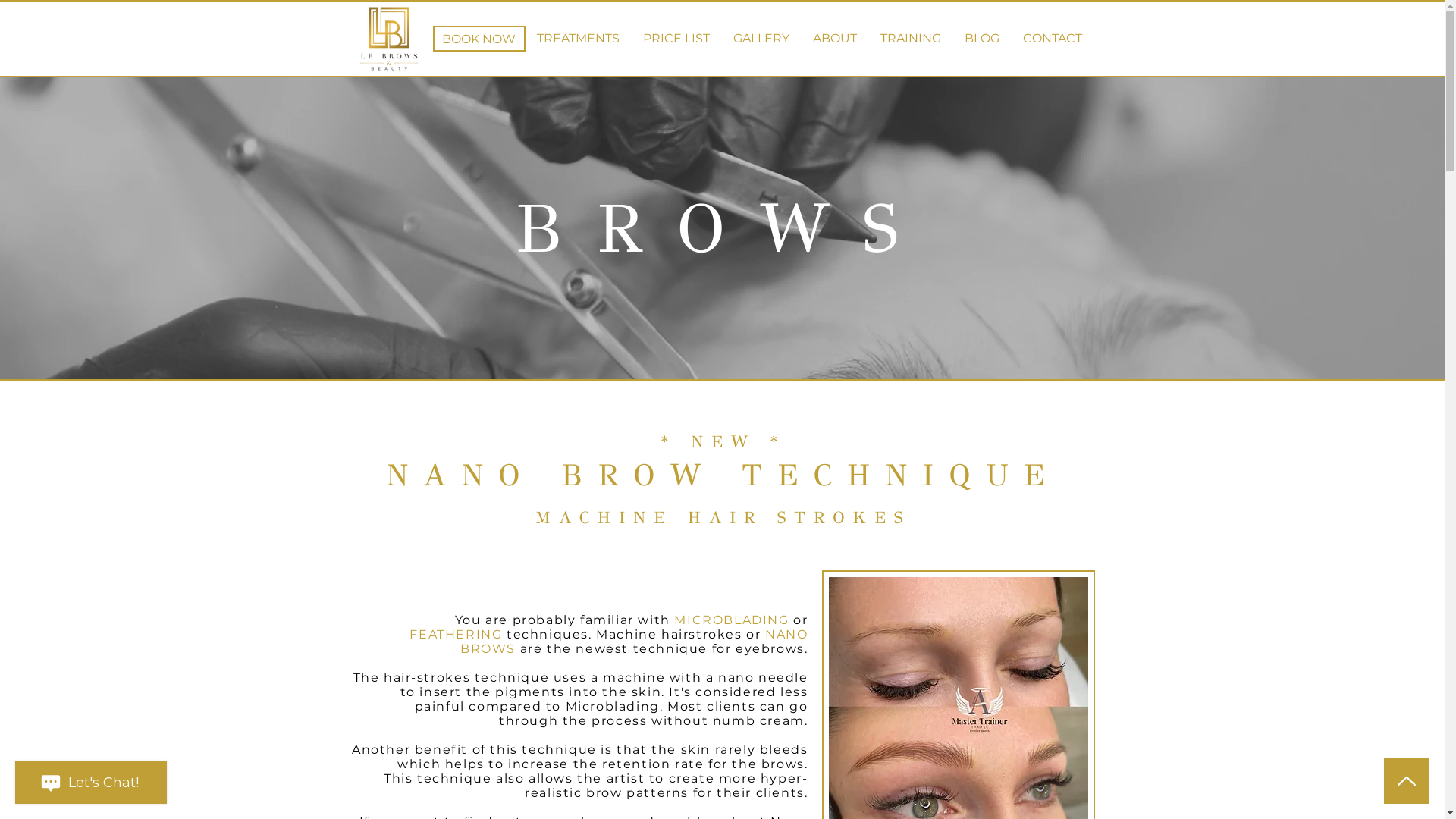 This screenshot has width=1456, height=819. Describe the element at coordinates (675, 37) in the screenshot. I see `'PRICE LIST'` at that location.